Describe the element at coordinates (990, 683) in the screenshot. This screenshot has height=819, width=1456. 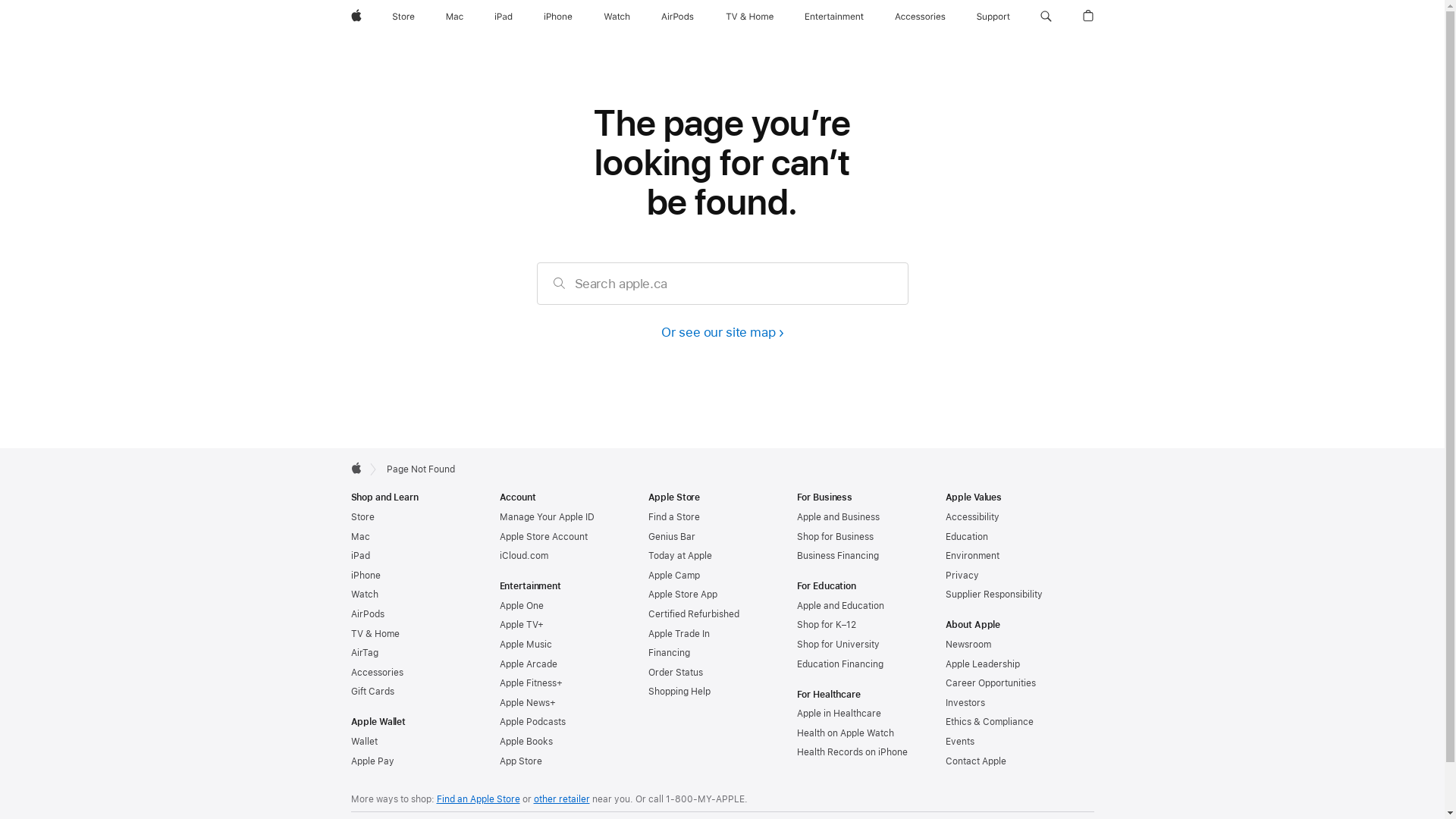
I see `'Career Opportunities'` at that location.